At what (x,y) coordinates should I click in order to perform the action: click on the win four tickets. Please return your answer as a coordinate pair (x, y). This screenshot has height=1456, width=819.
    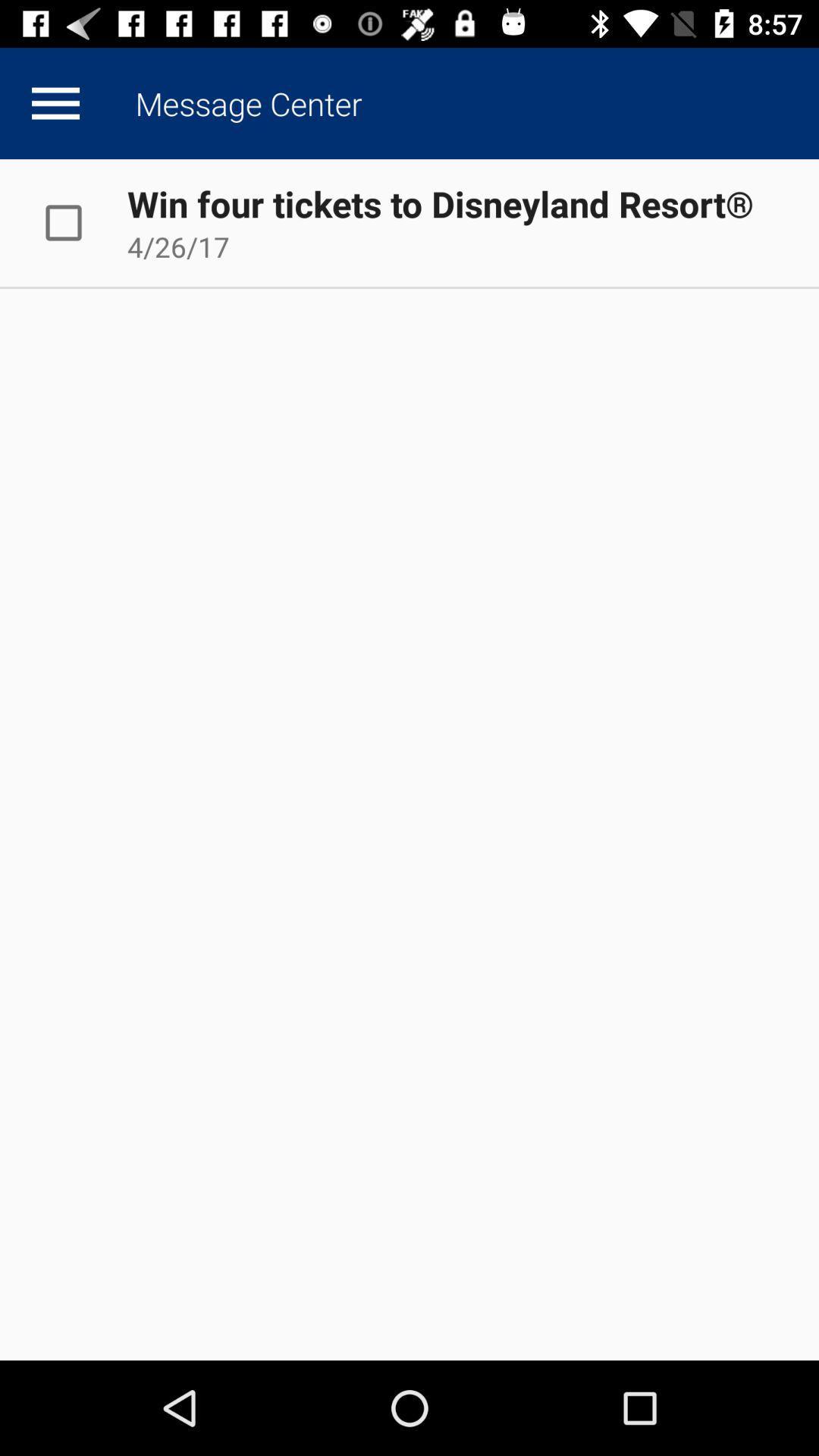
    Looking at the image, I should click on (440, 202).